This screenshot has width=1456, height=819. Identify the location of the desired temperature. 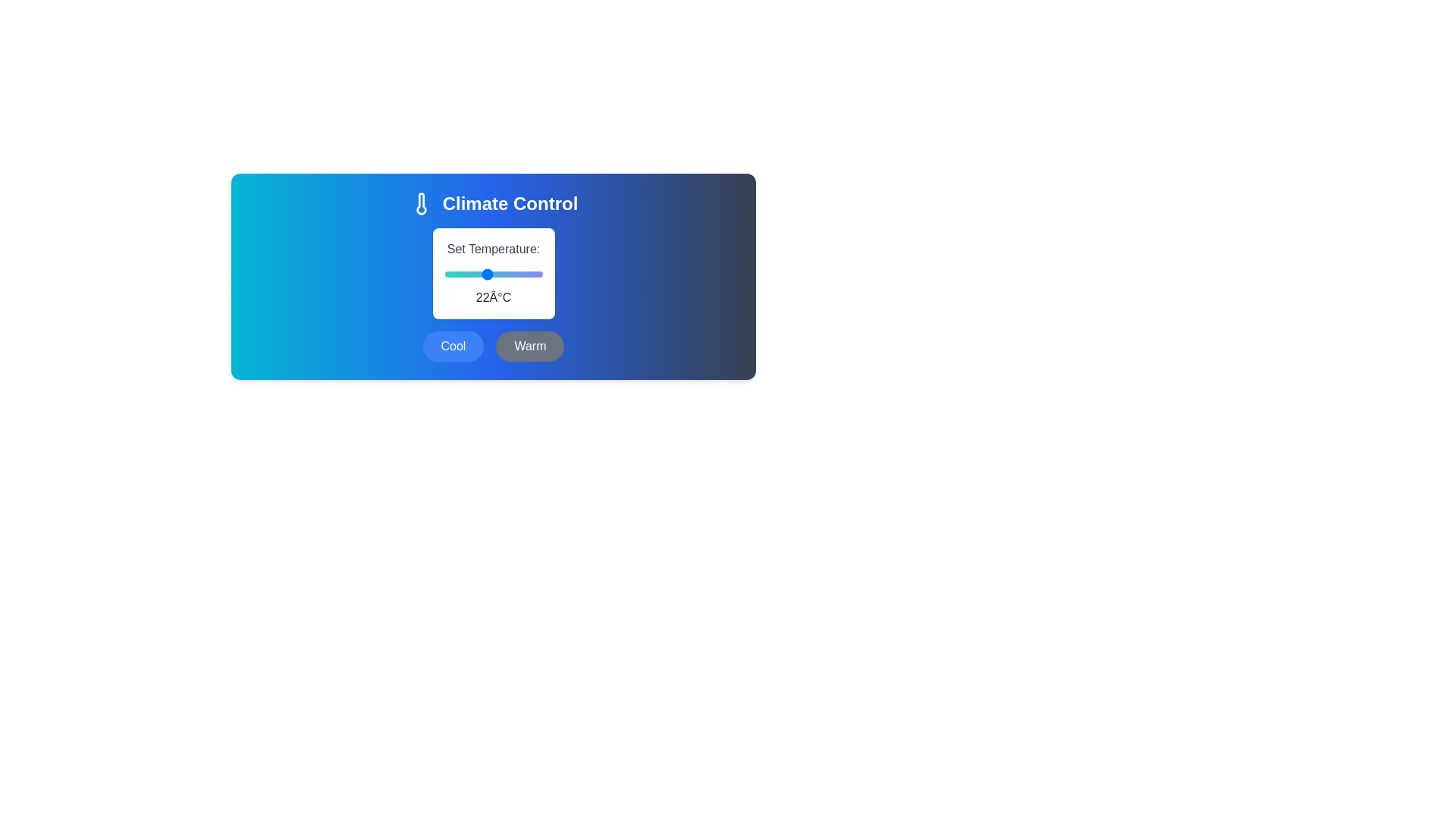
(494, 275).